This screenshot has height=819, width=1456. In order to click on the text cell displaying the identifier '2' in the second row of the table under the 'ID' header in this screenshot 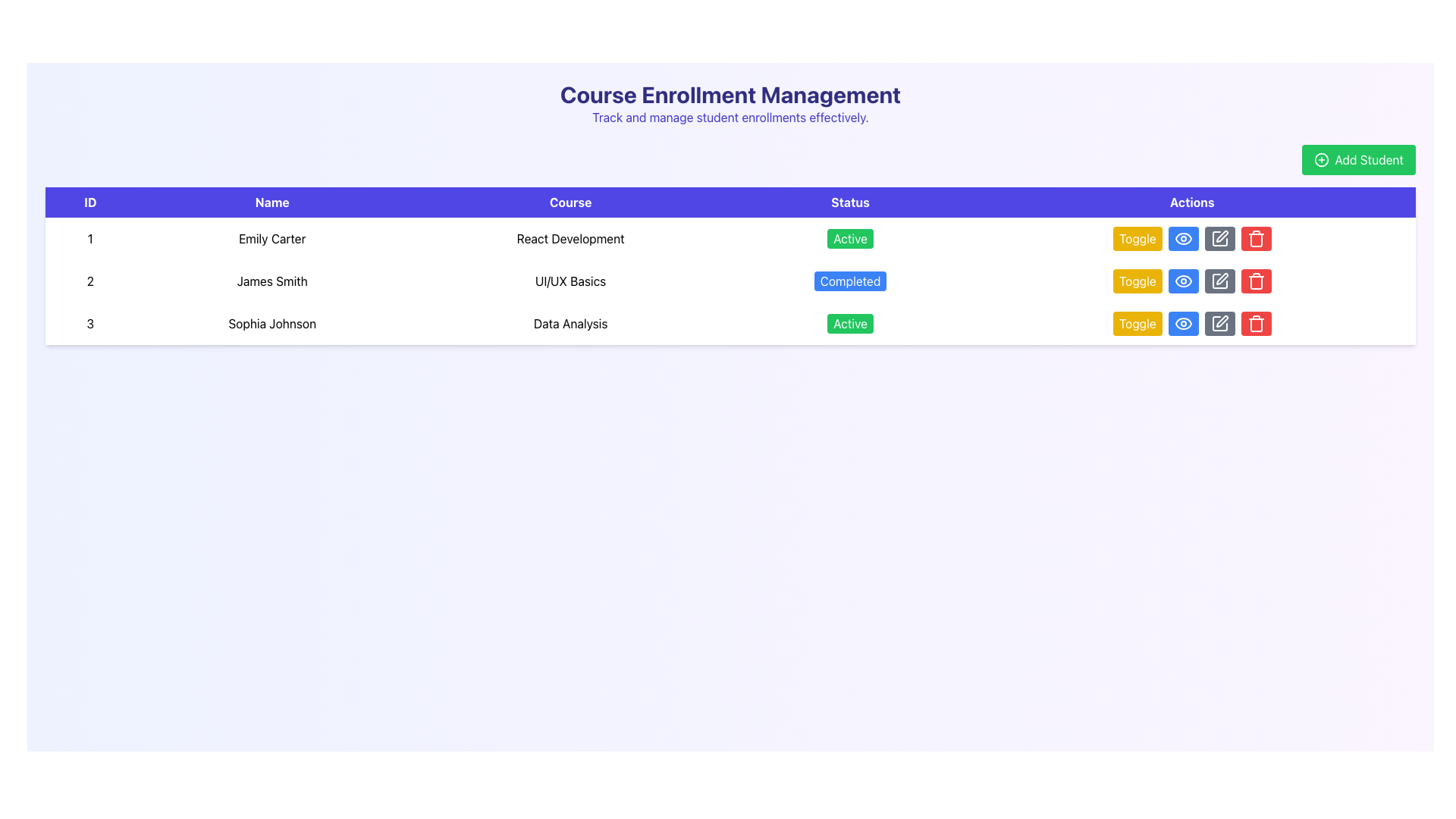, I will do `click(89, 281)`.